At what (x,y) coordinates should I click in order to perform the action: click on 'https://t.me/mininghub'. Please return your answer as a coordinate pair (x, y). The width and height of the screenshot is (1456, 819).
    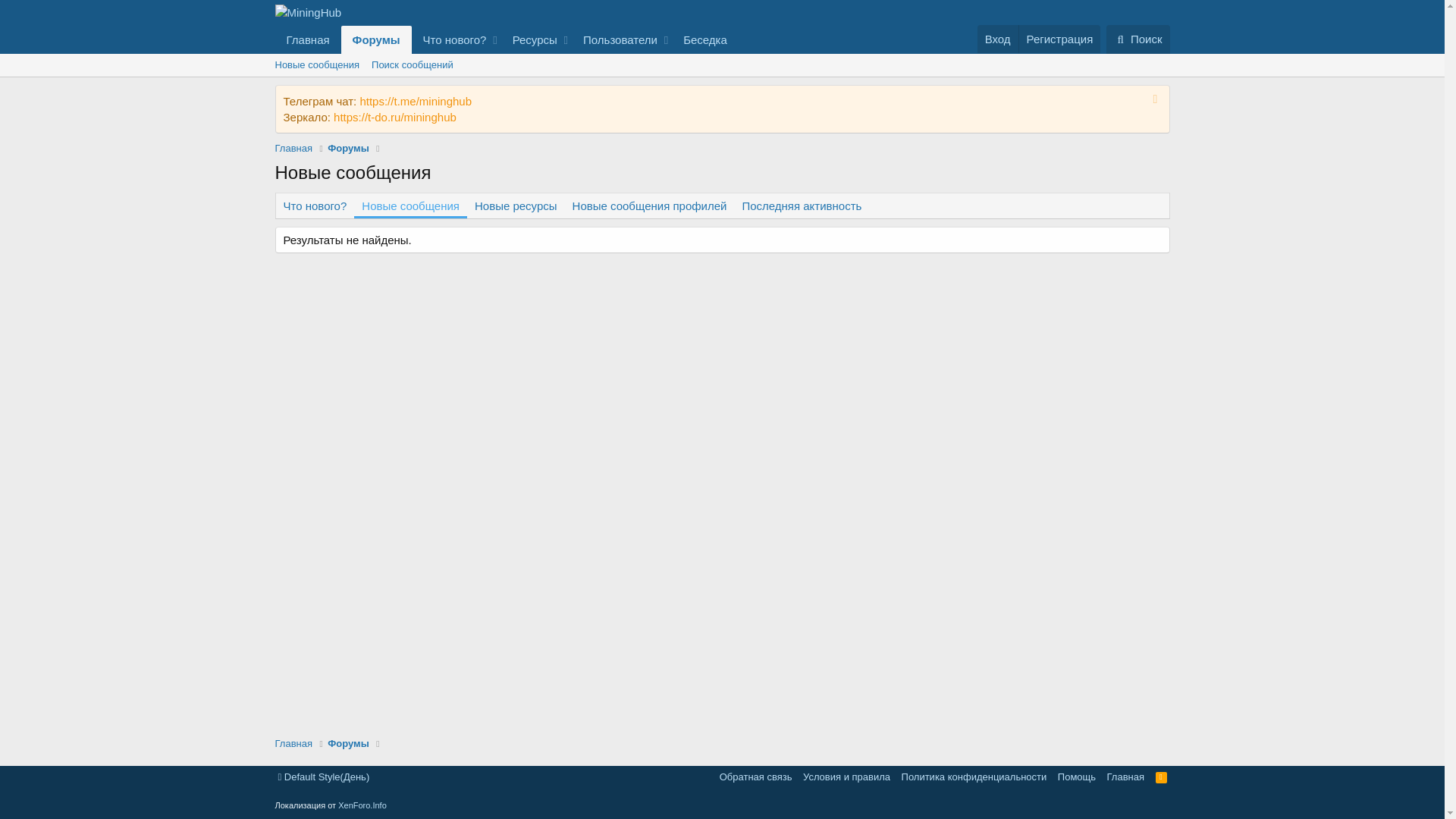
    Looking at the image, I should click on (415, 101).